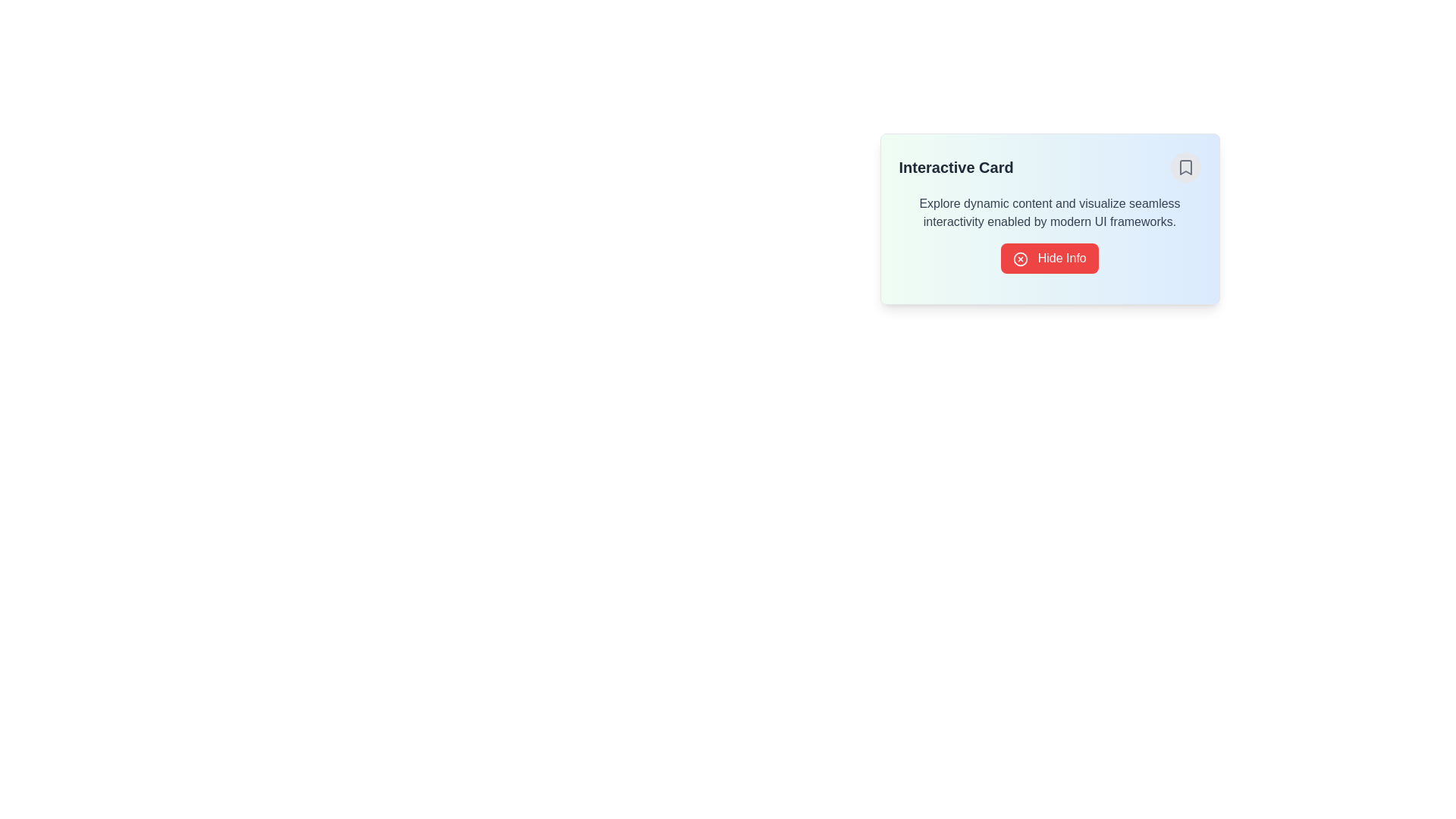 The height and width of the screenshot is (819, 1456). I want to click on the icon that visually represents the 'Hide Info' button, located to the left of the button text, so click(1021, 258).